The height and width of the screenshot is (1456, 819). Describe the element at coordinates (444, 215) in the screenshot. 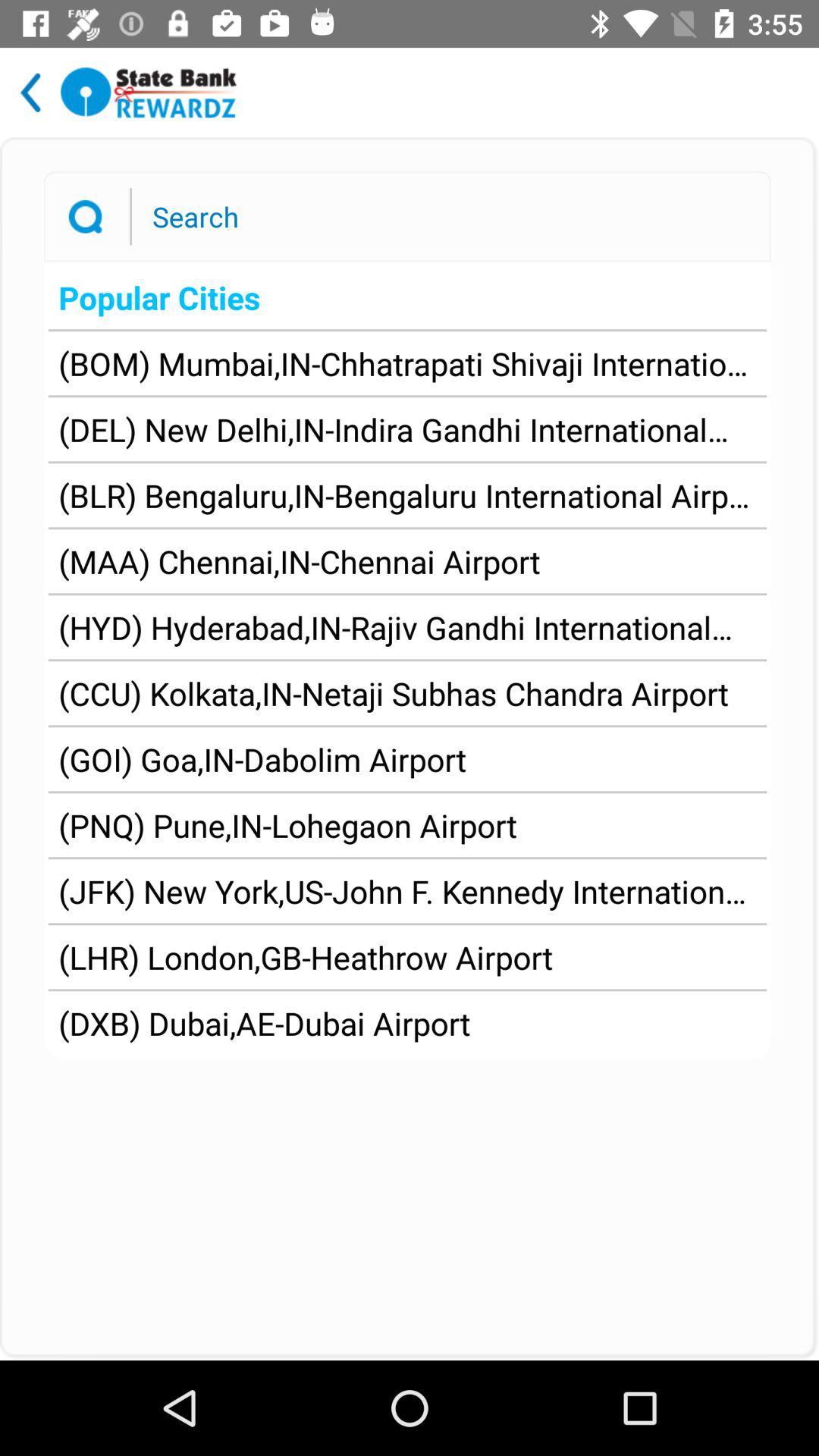

I see `type in search terms` at that location.